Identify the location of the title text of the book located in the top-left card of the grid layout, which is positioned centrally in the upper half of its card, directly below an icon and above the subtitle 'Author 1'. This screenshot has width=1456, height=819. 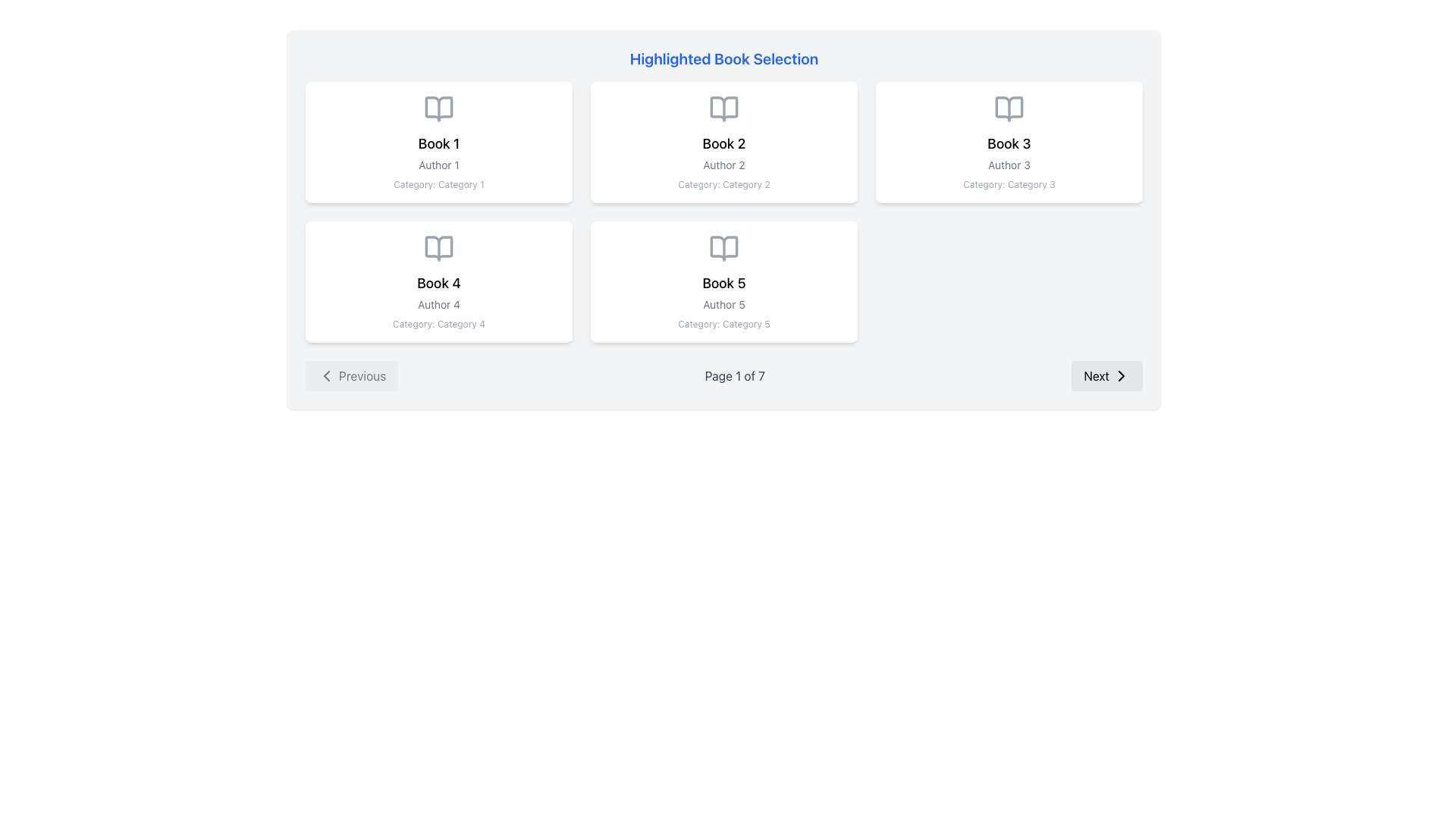
(438, 143).